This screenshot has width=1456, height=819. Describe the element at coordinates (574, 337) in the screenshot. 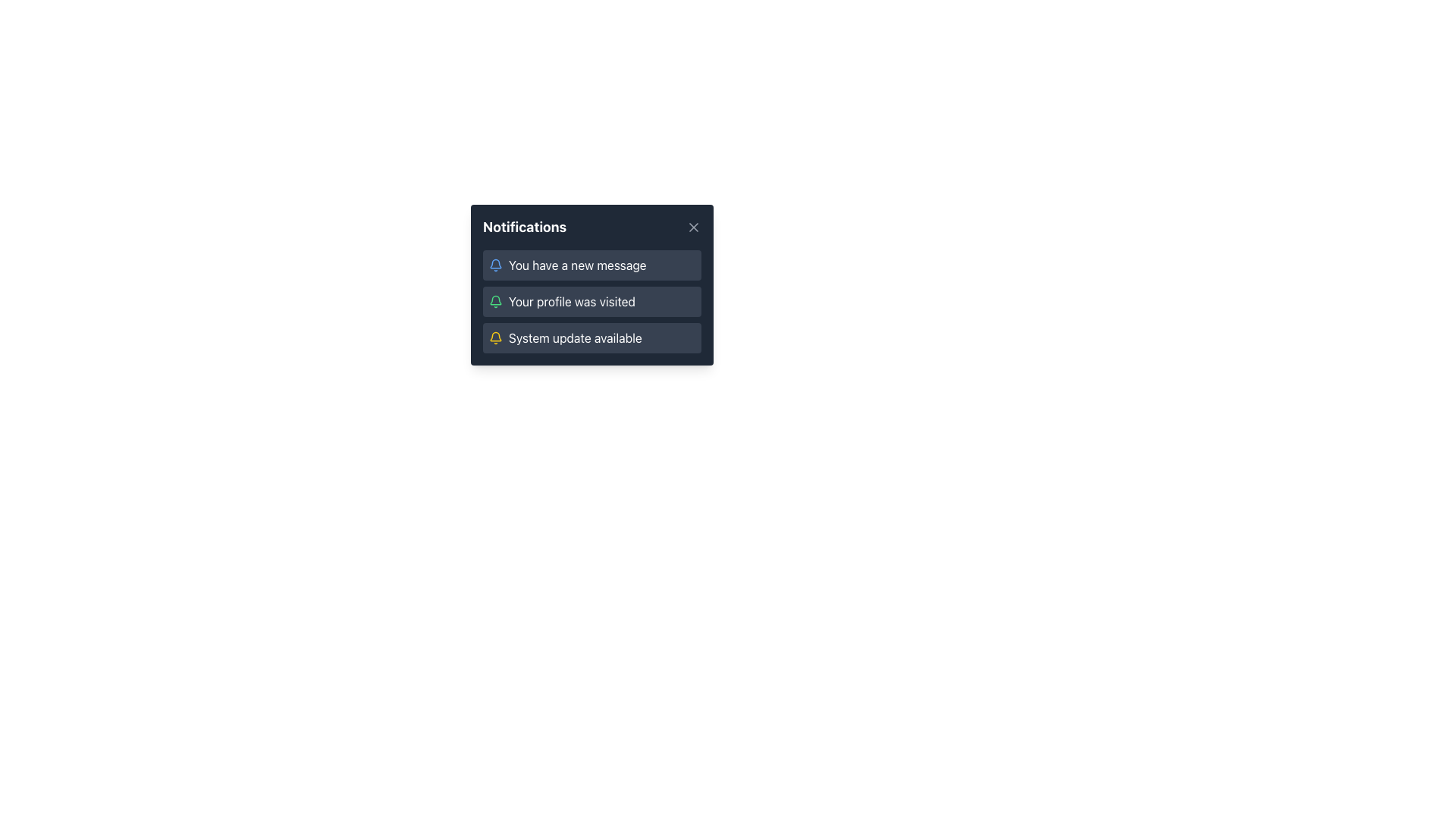

I see `the text label that reads 'System update available', which is the last item in the notification list` at that location.